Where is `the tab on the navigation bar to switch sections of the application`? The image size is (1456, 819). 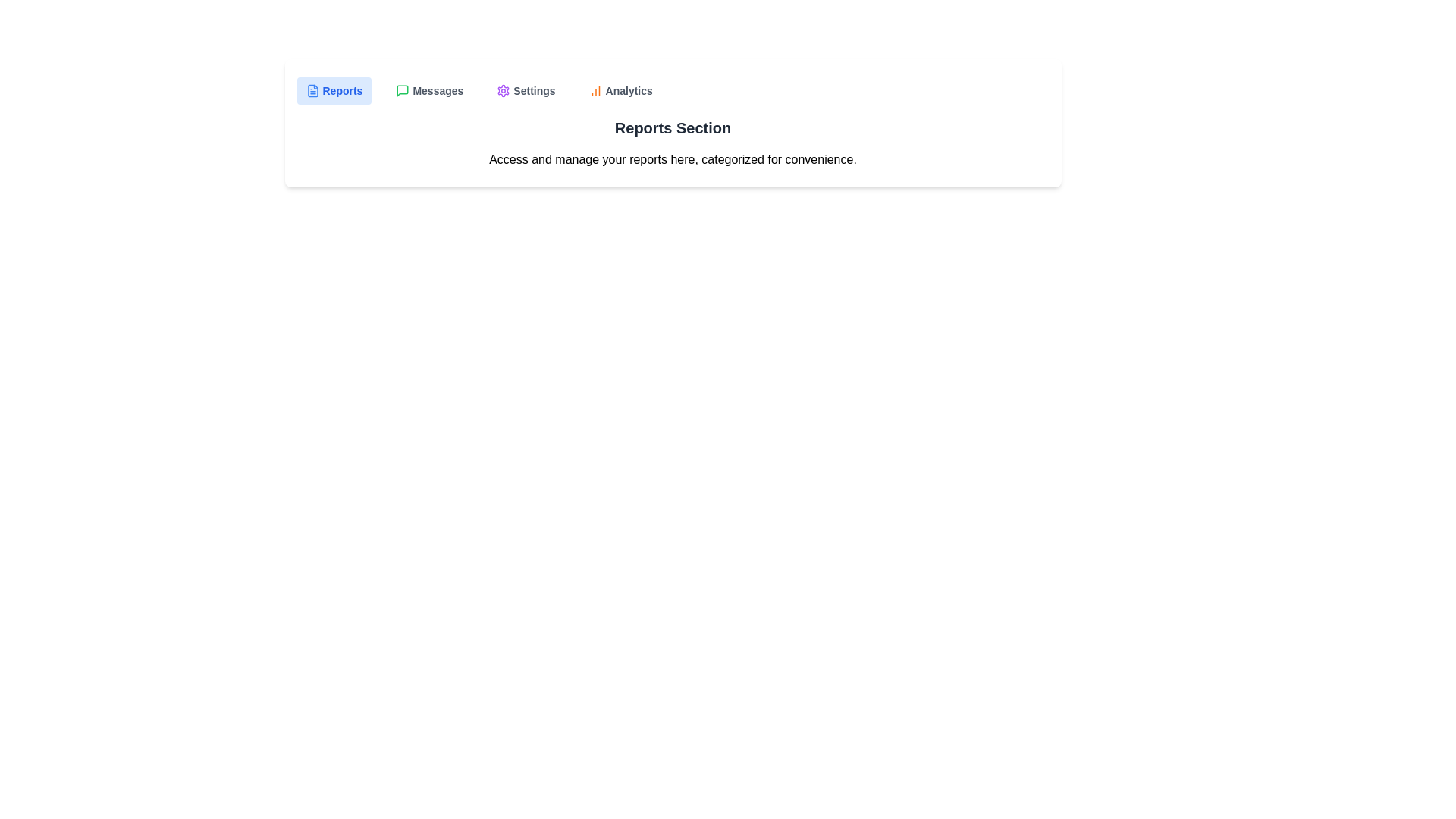
the tab on the navigation bar to switch sections of the application is located at coordinates (672, 91).